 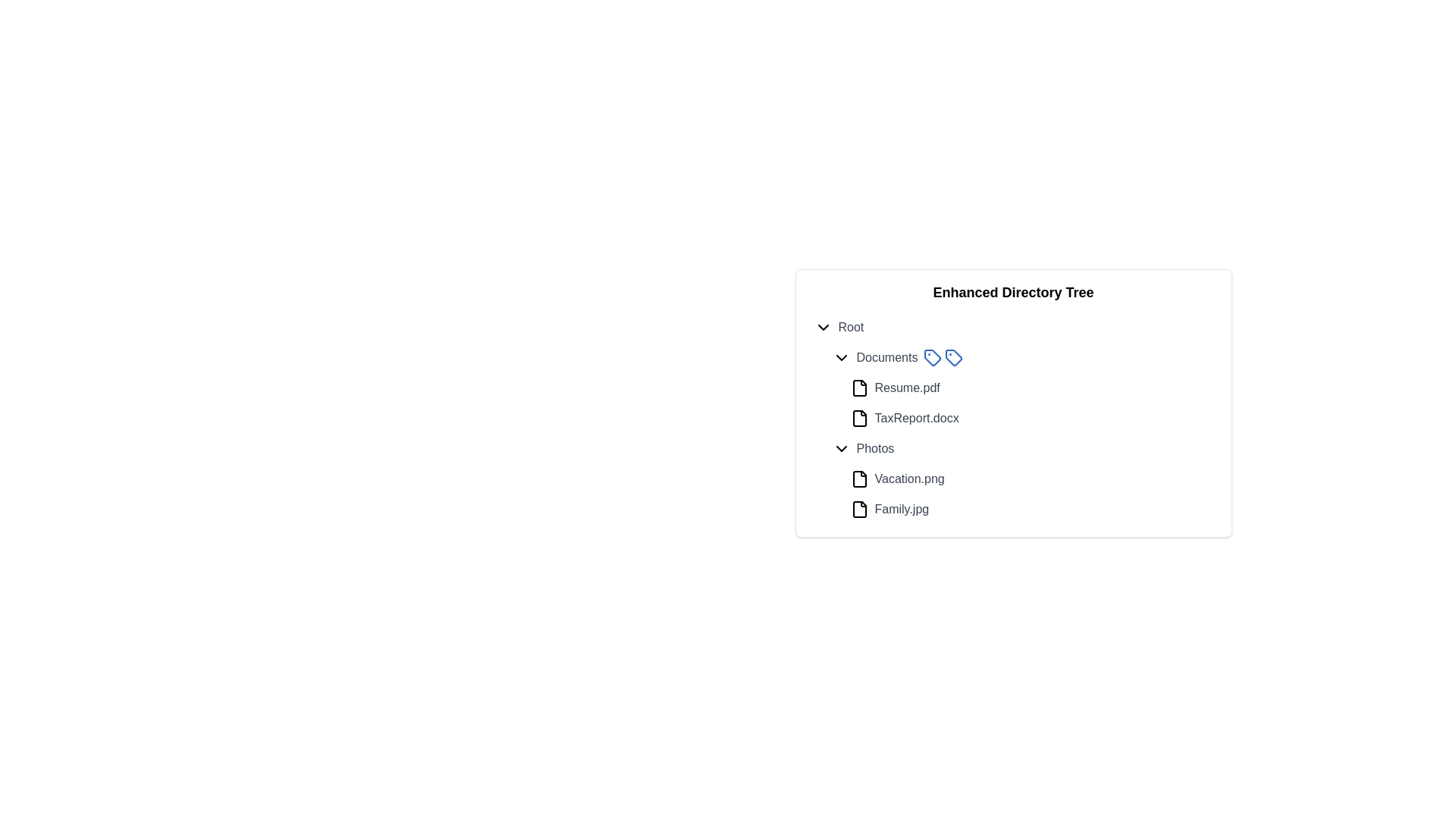 I want to click on text label 'Root' which is styled in gray and is the first item in the 'Enhanced Directory Tree', positioned to the right of a chevron-down icon, so click(x=851, y=327).